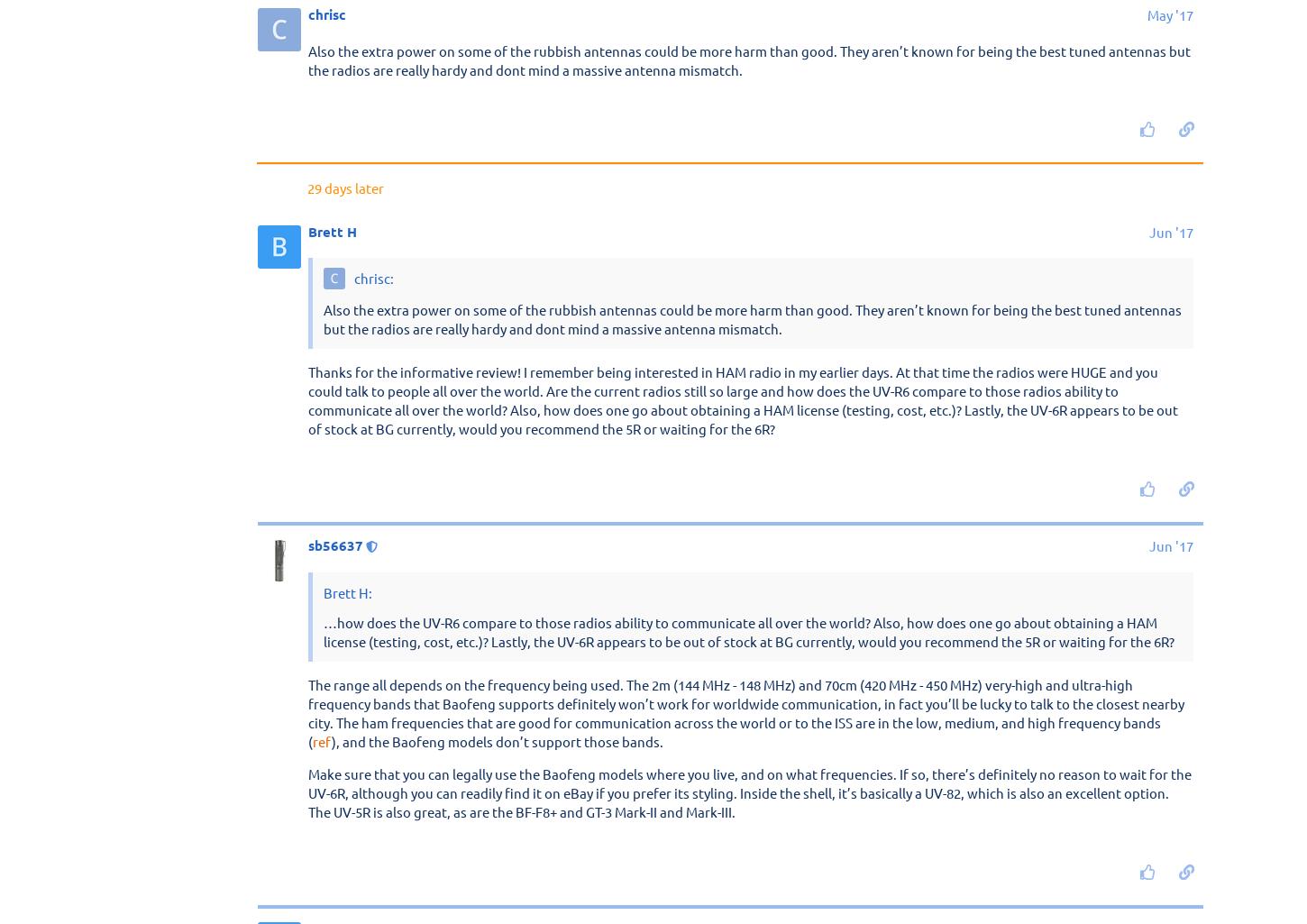 This screenshot has height=924, width=1307. What do you see at coordinates (831, 385) in the screenshot?
I see `'and was on sale/the same price as other 5W were advertised.'` at bounding box center [831, 385].